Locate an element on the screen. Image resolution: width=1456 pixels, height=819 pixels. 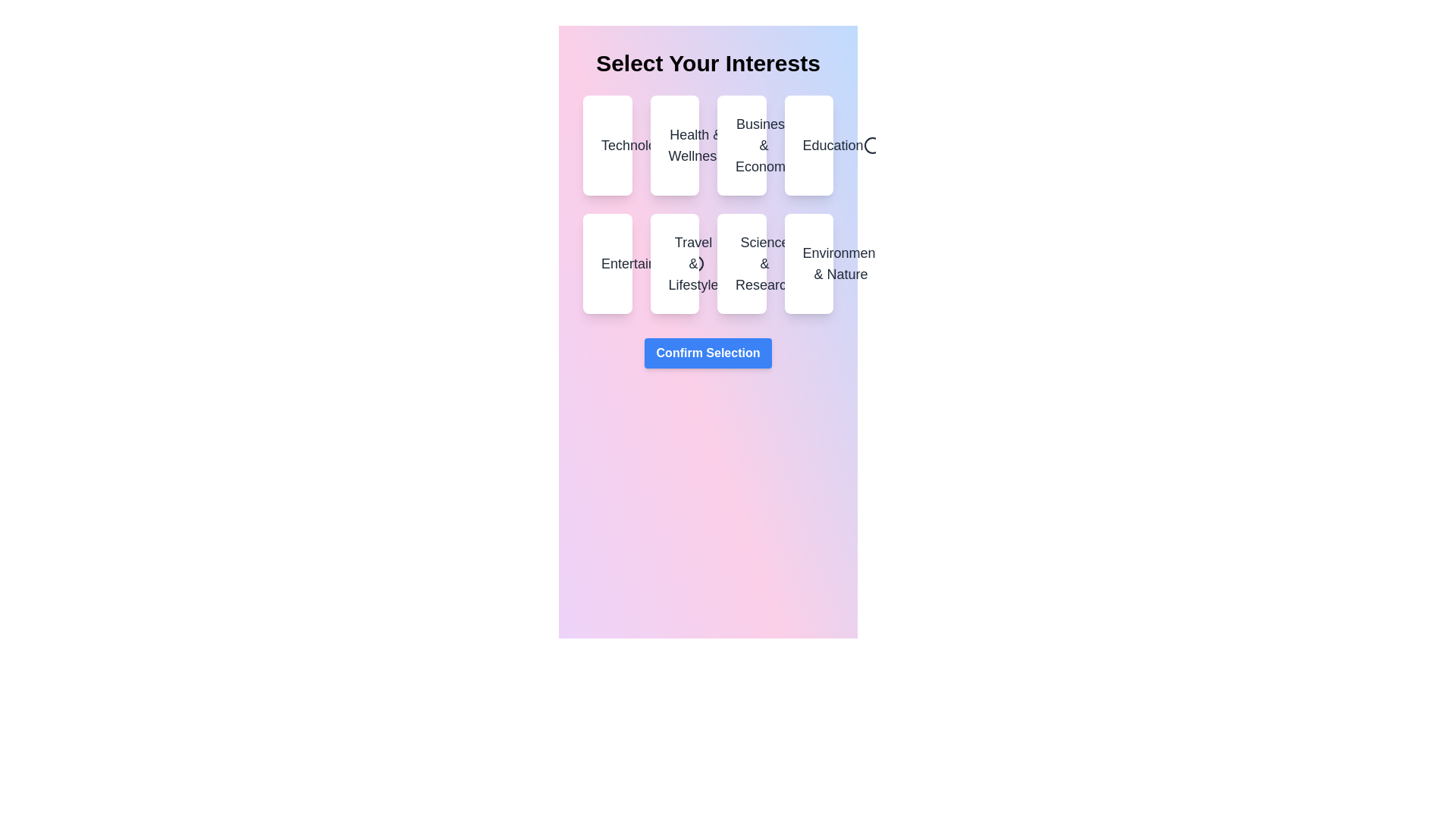
the category Business & Economy by clicking on it is located at coordinates (742, 146).